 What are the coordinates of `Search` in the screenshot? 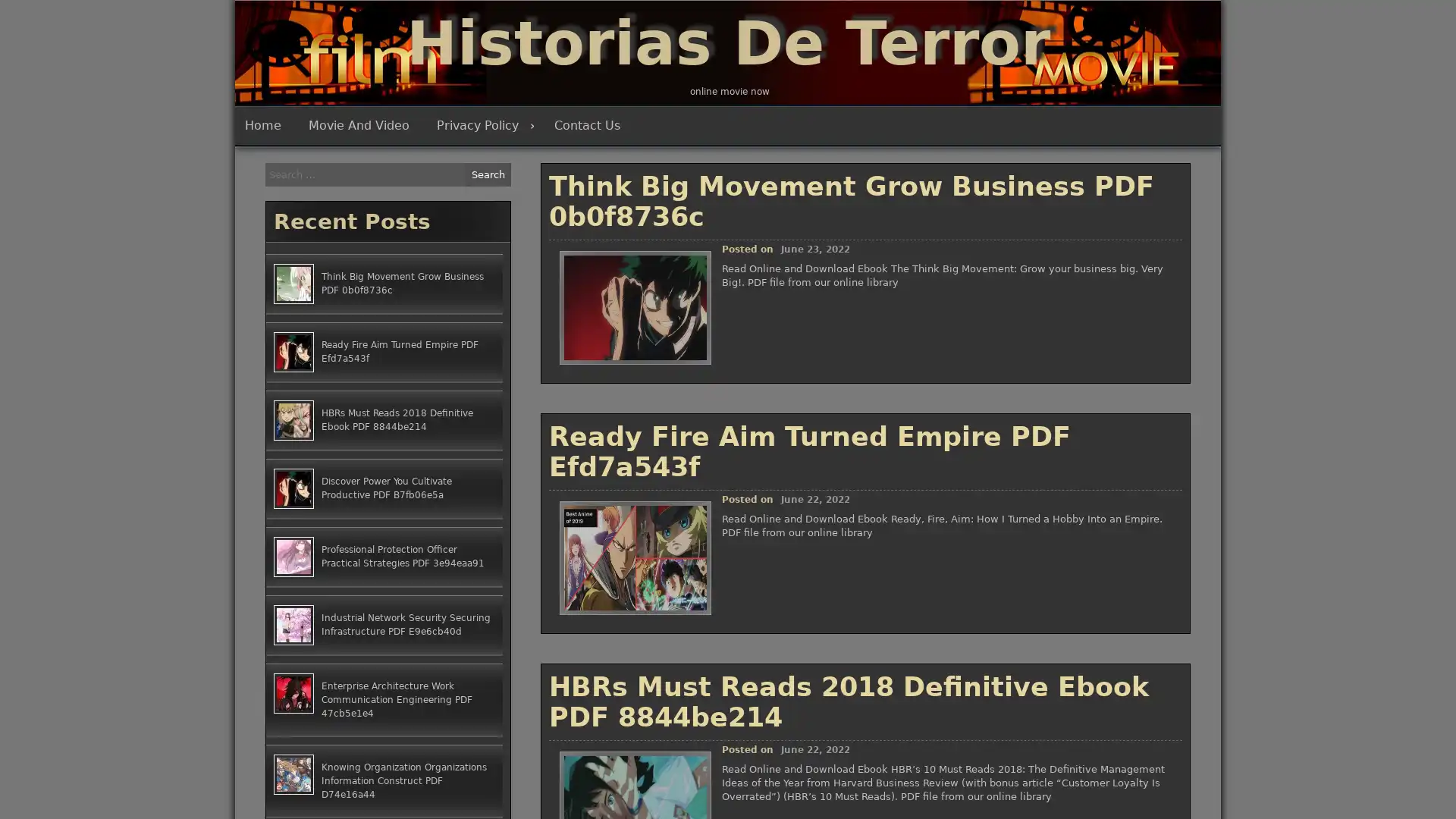 It's located at (488, 174).